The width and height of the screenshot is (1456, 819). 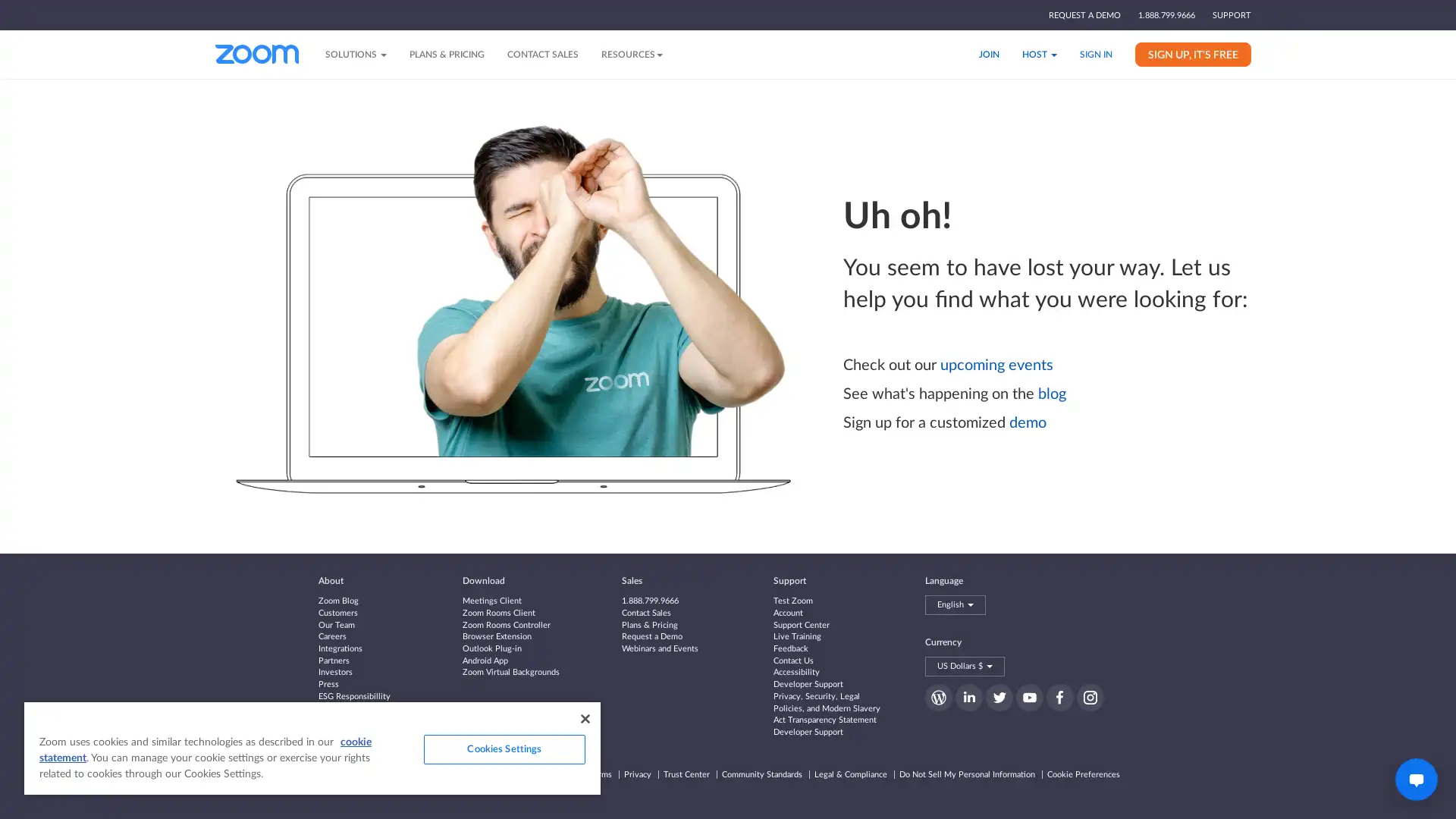 What do you see at coordinates (584, 718) in the screenshot?
I see `Close` at bounding box center [584, 718].